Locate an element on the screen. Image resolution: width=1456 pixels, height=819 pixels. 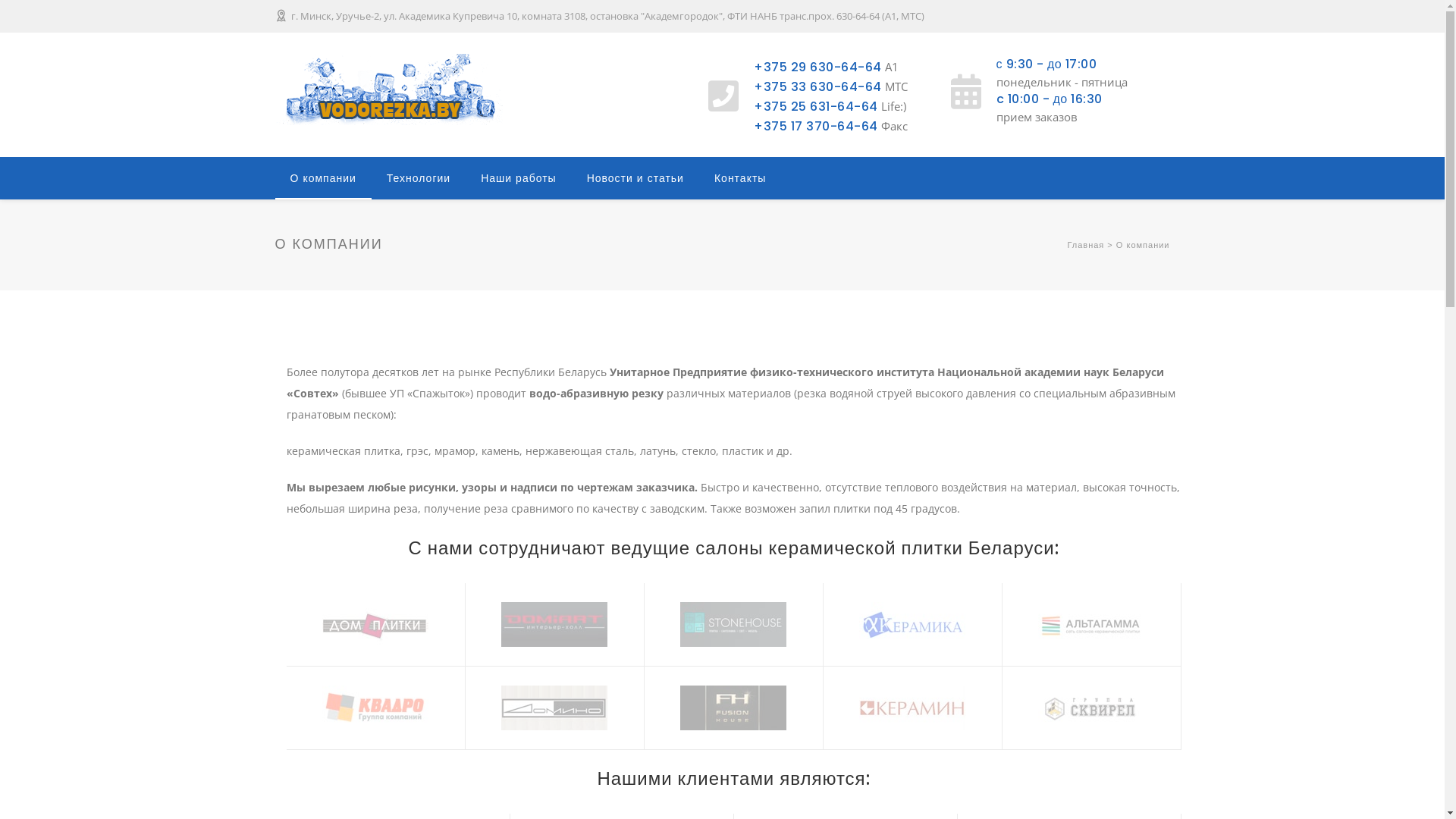
'+375 29 630-64-64' is located at coordinates (817, 66).